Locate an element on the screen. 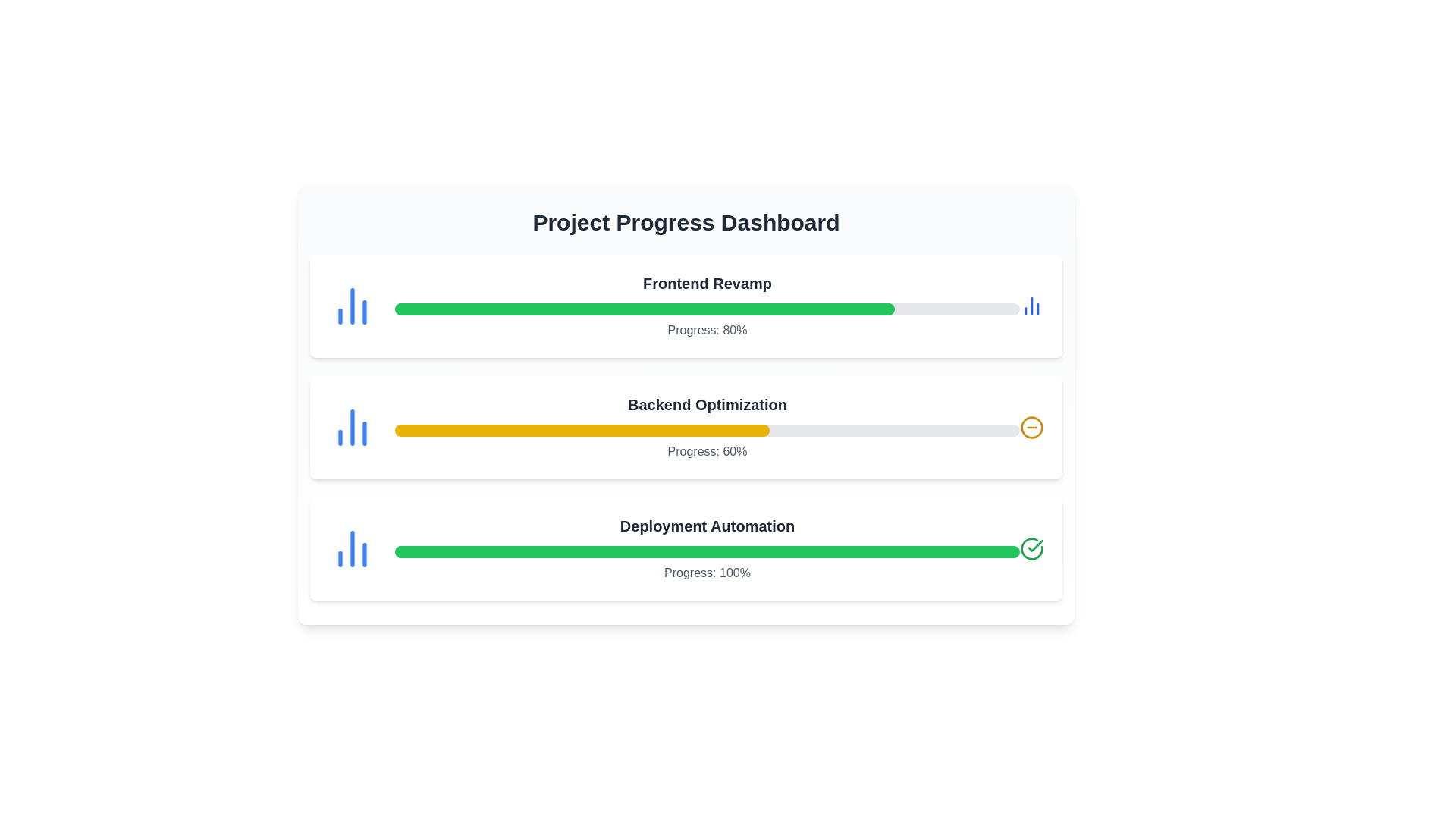 The width and height of the screenshot is (1456, 819). the yellow filled progress indicator within the grey progress bar located in the 'Backend Optimization' section of the page is located at coordinates (582, 430).